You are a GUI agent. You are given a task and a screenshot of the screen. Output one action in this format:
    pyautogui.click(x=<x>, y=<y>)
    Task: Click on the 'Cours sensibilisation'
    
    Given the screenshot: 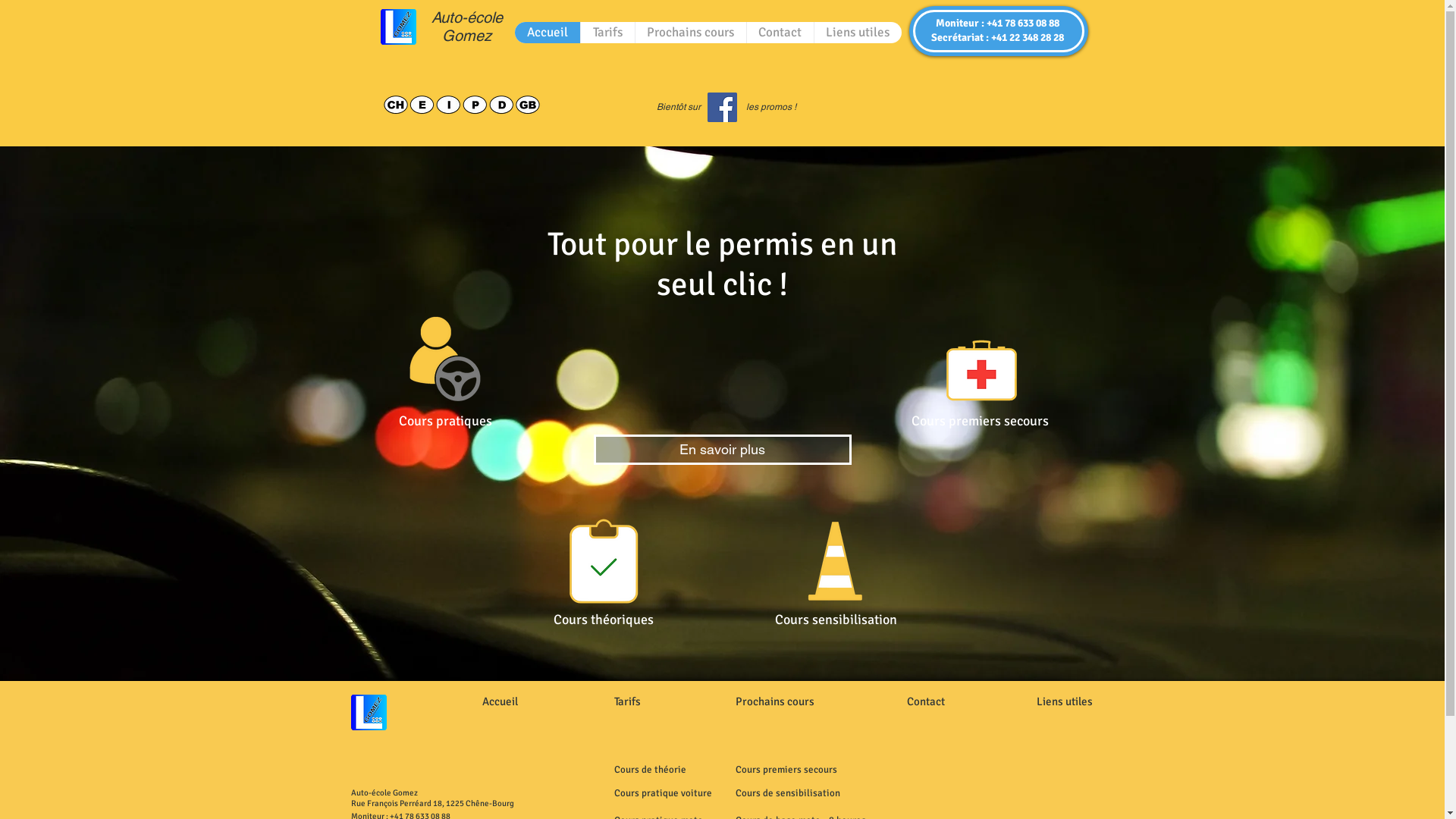 What is the action you would take?
    pyautogui.click(x=835, y=620)
    